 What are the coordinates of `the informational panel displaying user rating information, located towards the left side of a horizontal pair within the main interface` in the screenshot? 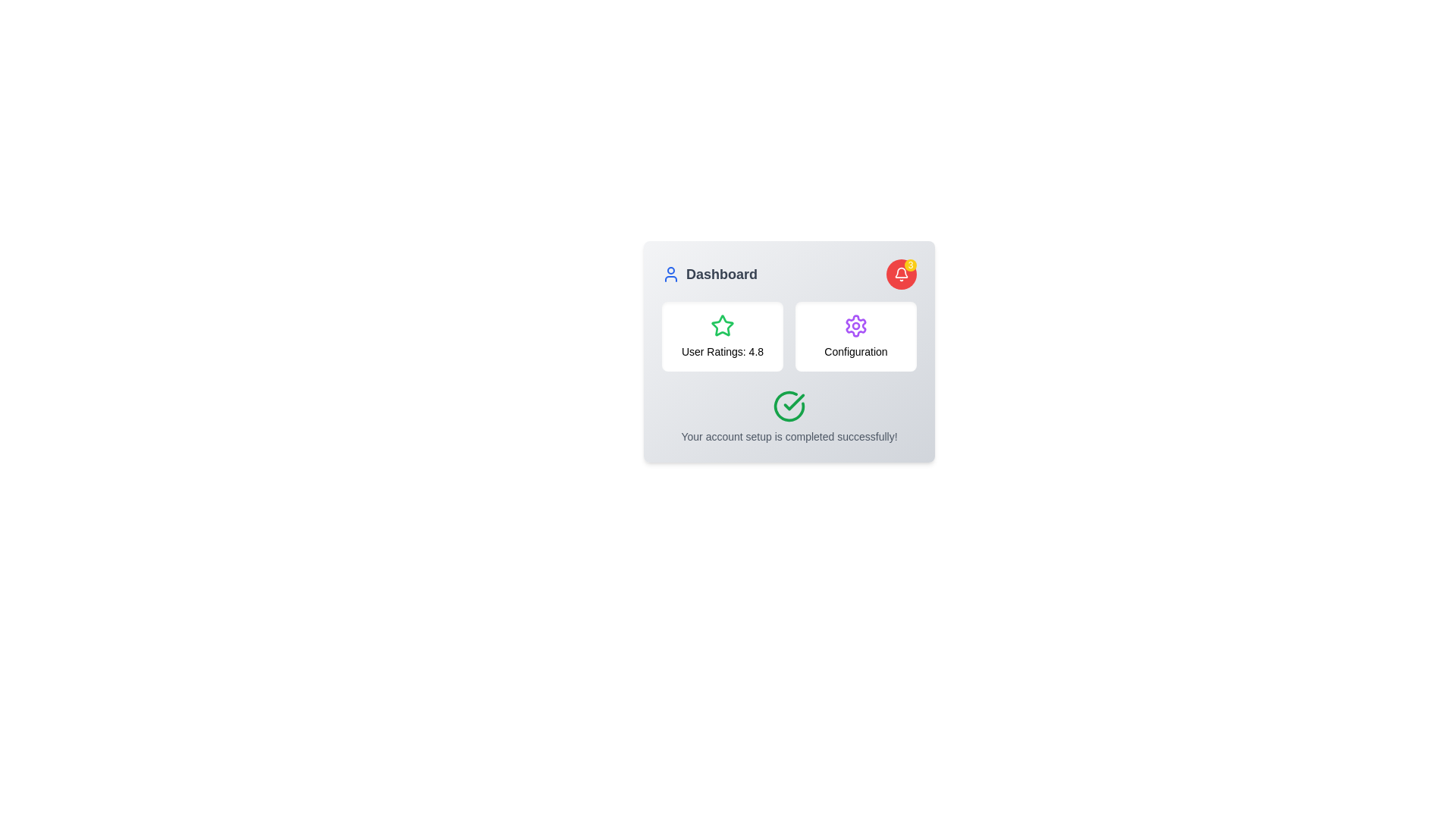 It's located at (722, 335).